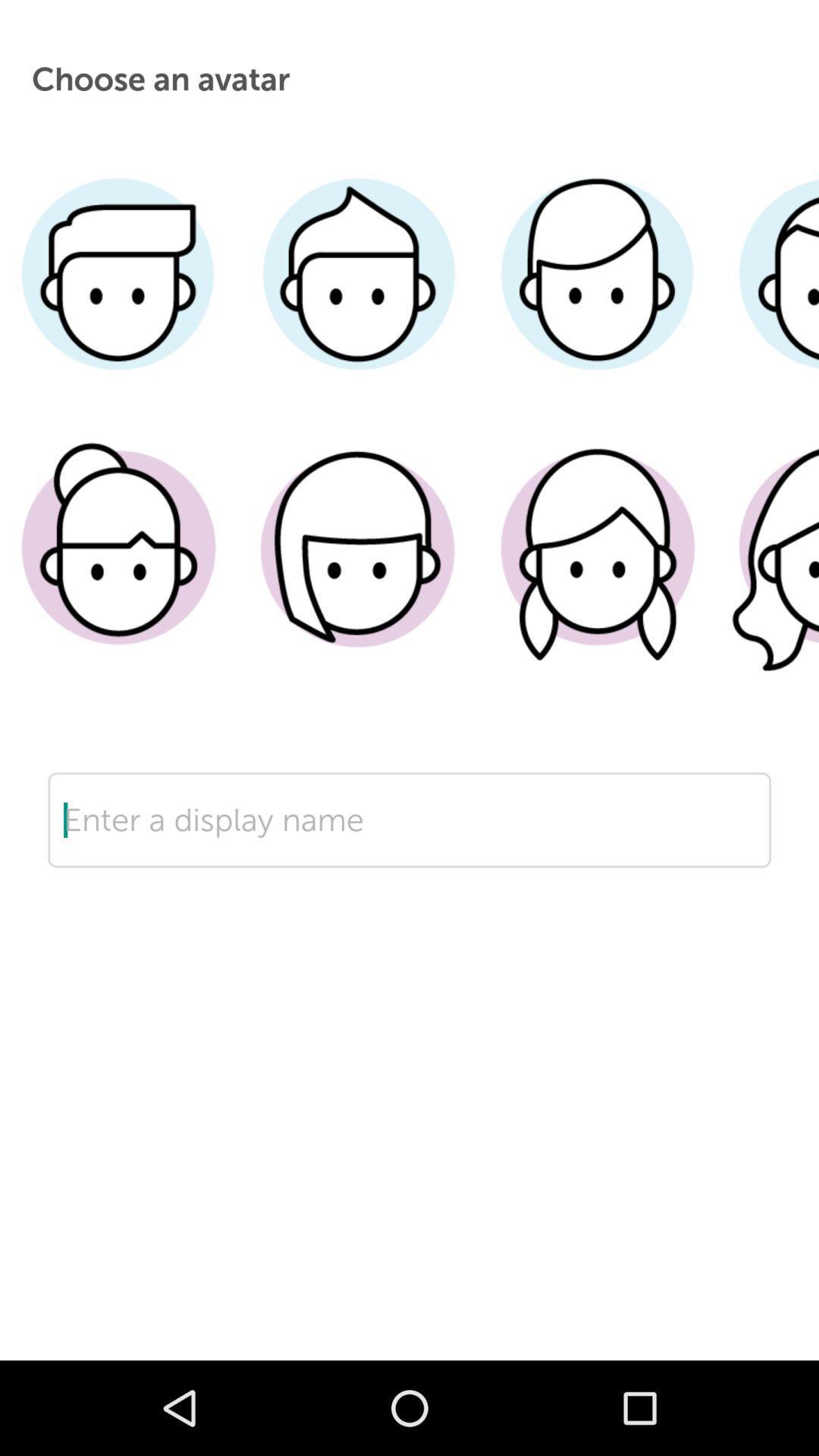 The image size is (819, 1456). I want to click on choose avatar, so click(767, 297).